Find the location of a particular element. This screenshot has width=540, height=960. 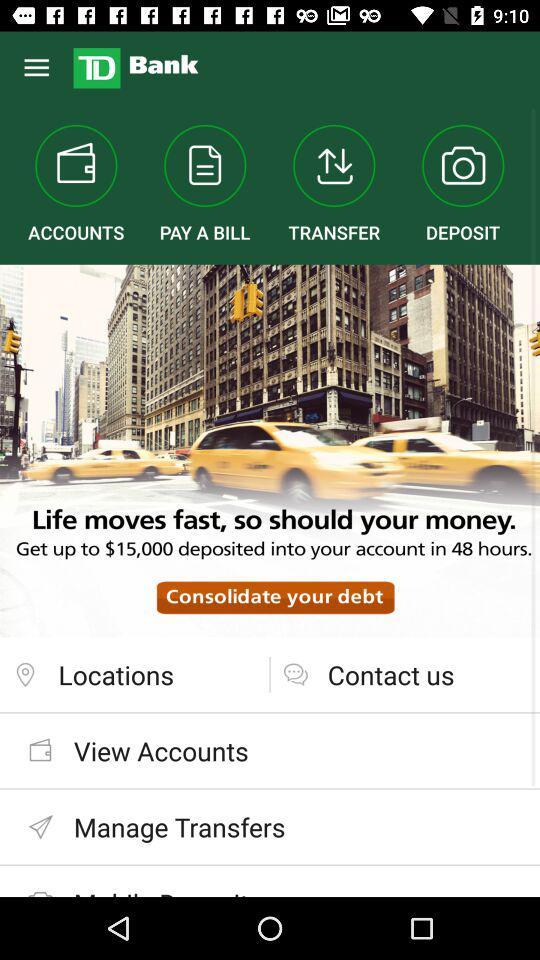

the icon below the accounts is located at coordinates (270, 451).